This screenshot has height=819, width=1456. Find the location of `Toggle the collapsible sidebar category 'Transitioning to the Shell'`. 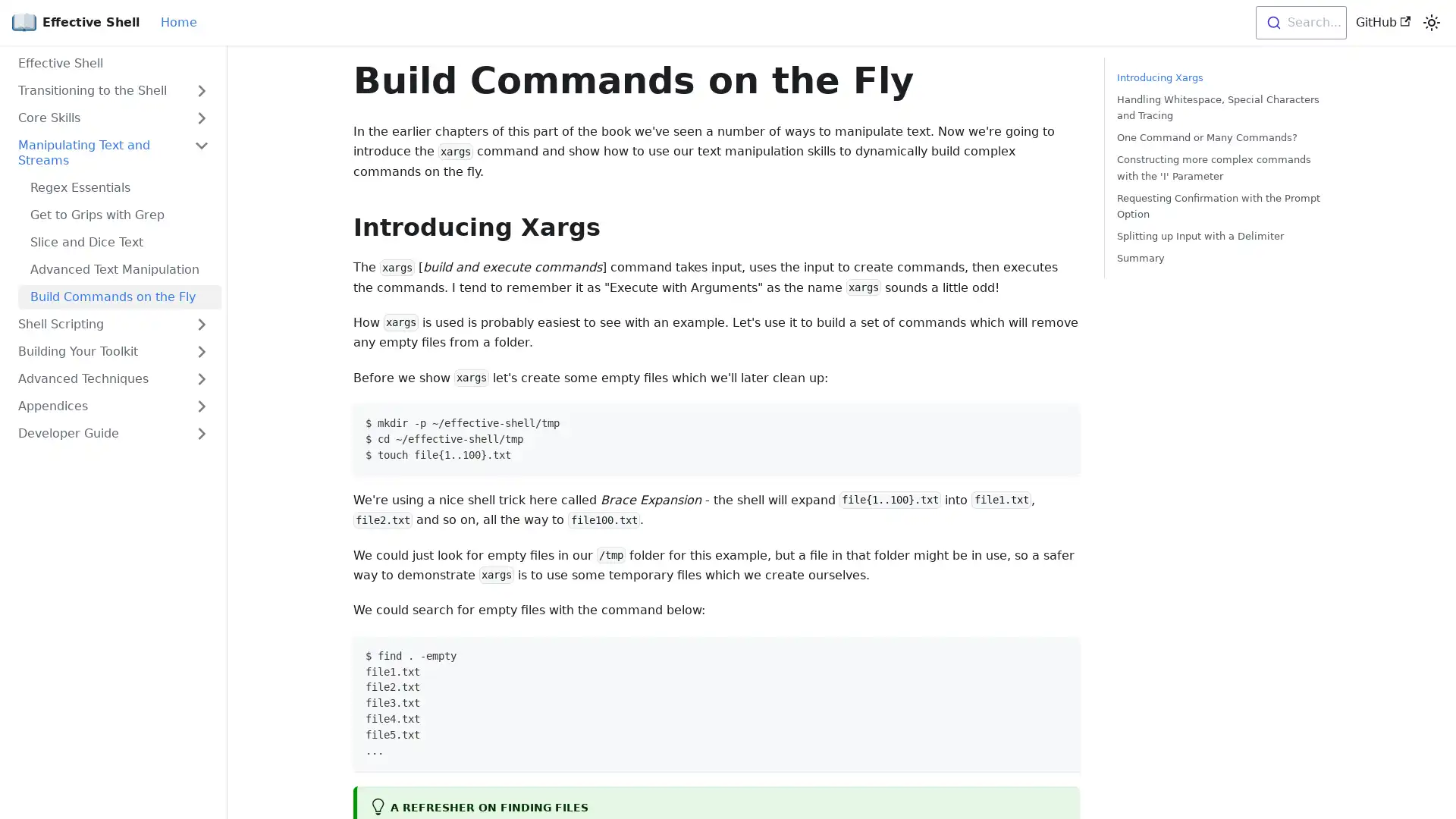

Toggle the collapsible sidebar category 'Transitioning to the Shell' is located at coordinates (200, 90).